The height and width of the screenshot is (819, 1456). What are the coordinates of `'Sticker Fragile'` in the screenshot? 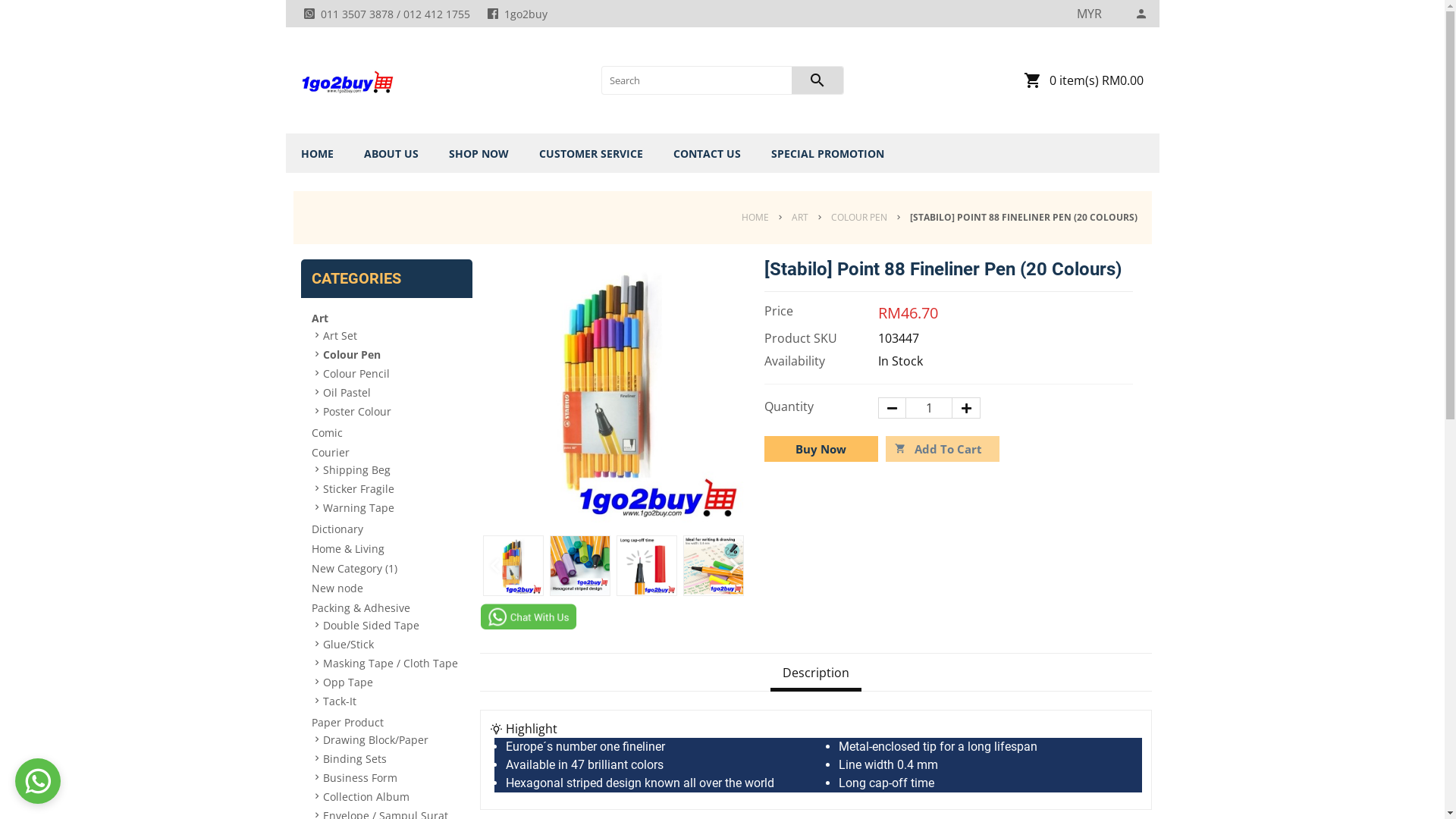 It's located at (392, 488).